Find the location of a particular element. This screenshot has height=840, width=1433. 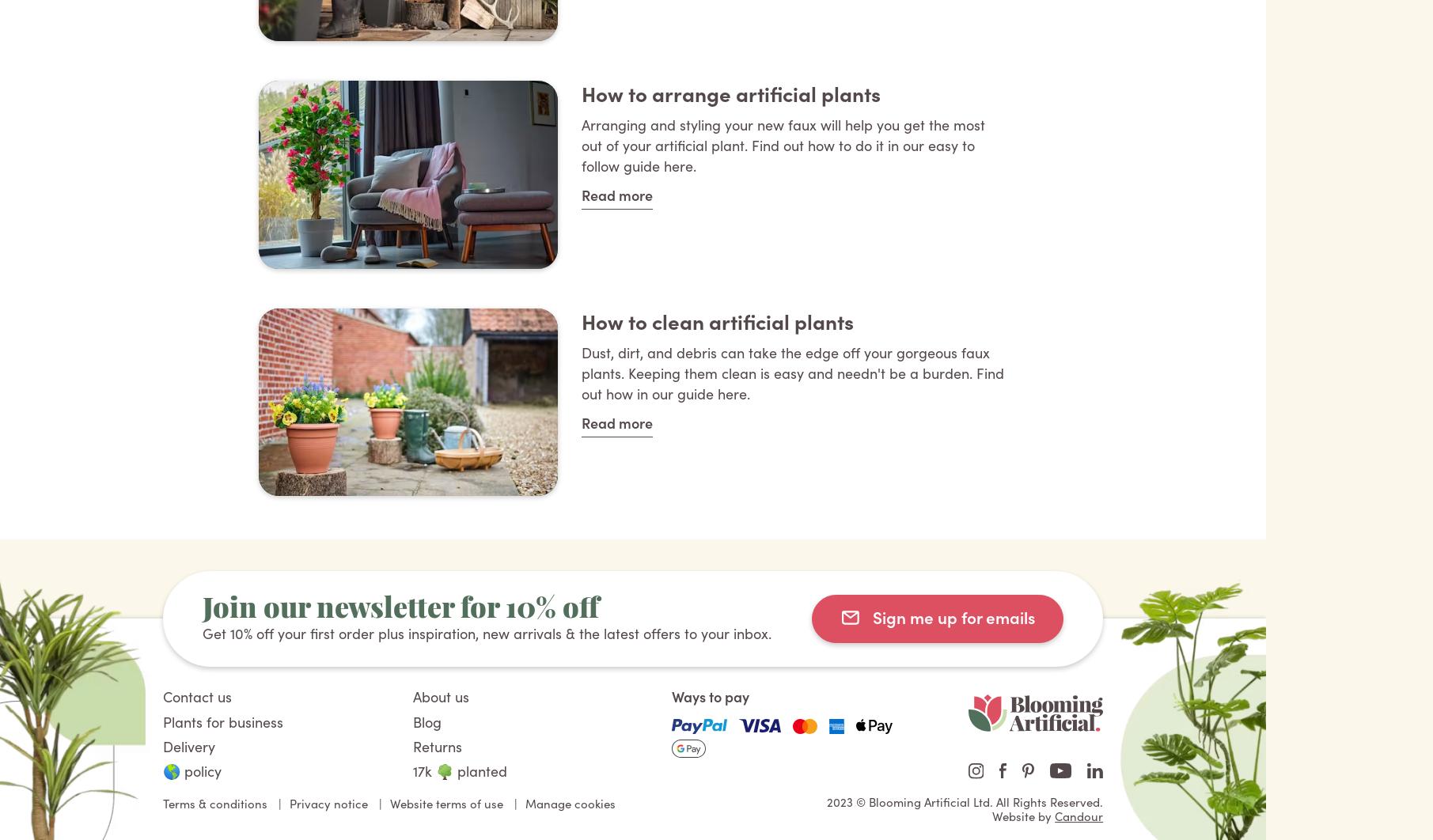

'Join our newsletter for 10% off' is located at coordinates (201, 610).